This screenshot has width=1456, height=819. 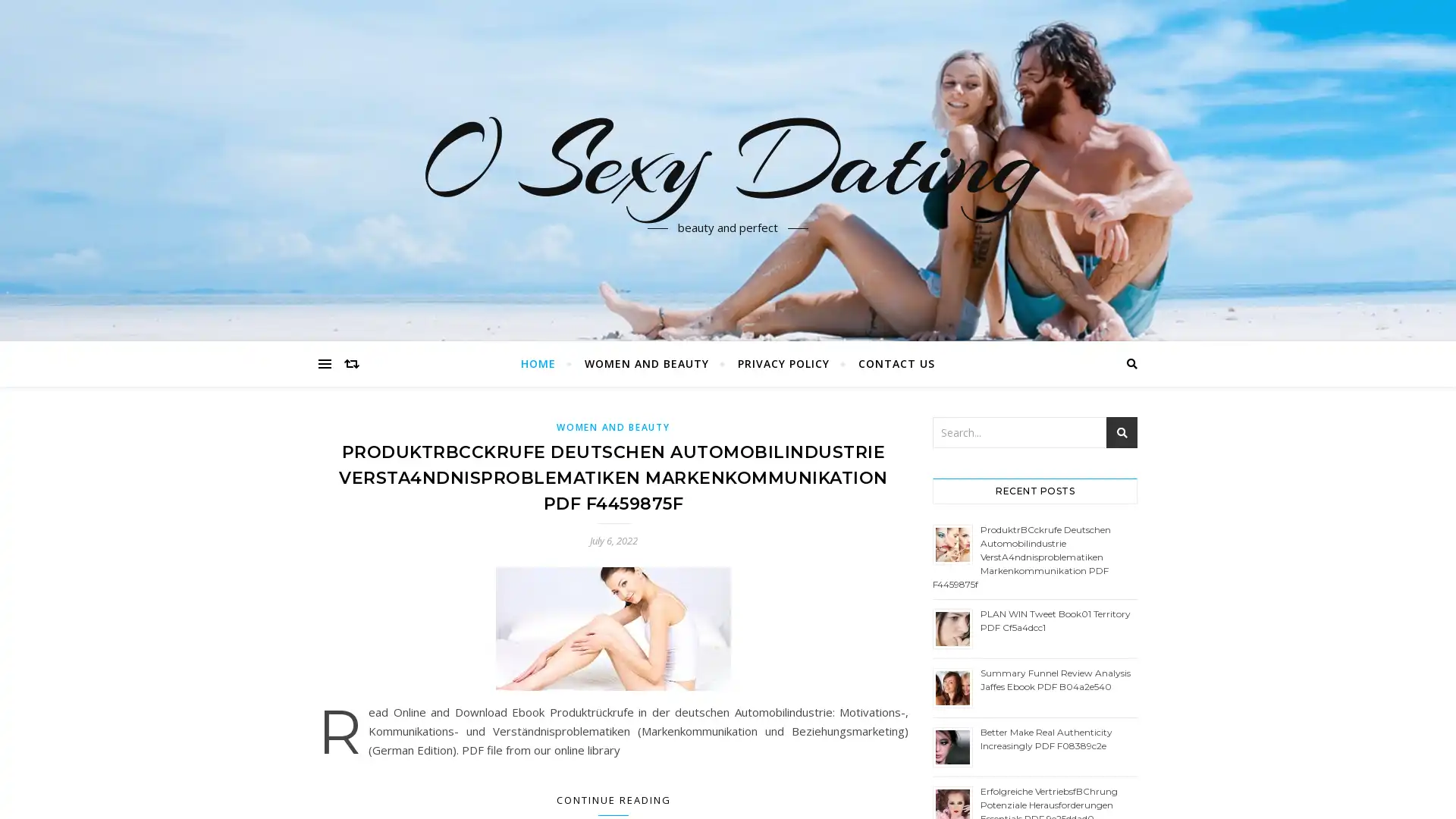 I want to click on st, so click(x=1122, y=432).